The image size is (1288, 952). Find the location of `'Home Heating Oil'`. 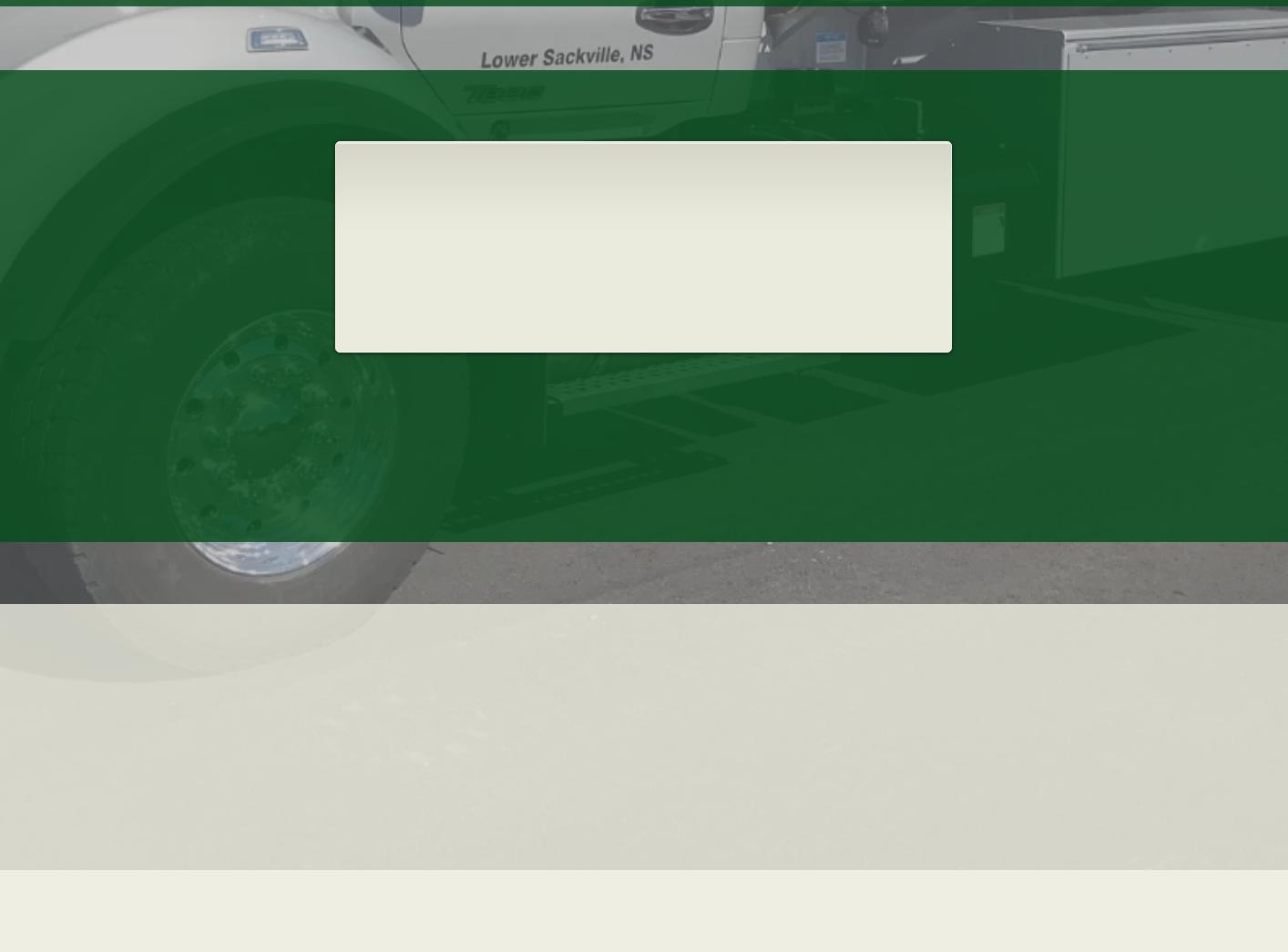

'Home Heating Oil' is located at coordinates (640, 163).